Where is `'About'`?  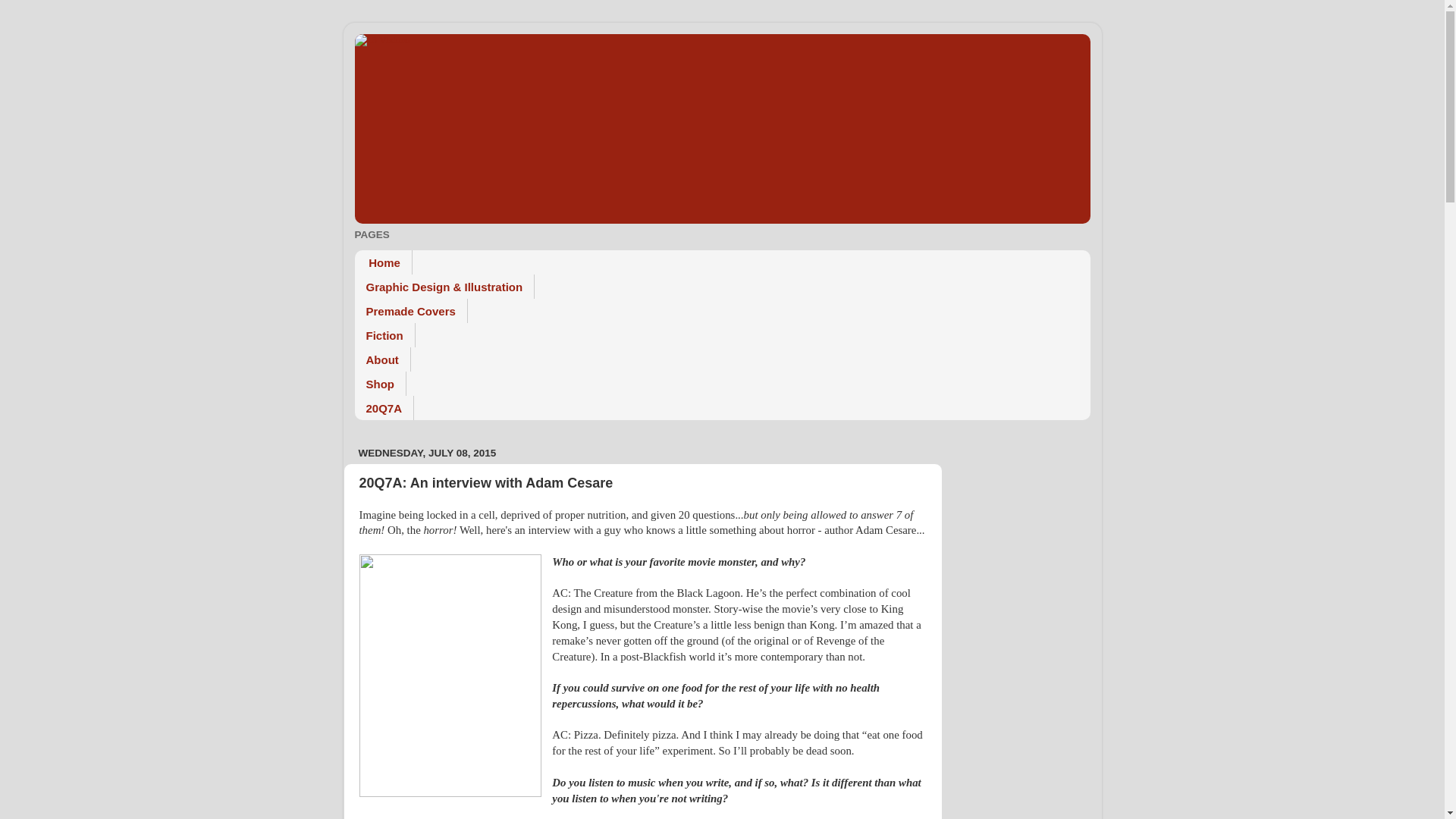
'About' is located at coordinates (382, 359).